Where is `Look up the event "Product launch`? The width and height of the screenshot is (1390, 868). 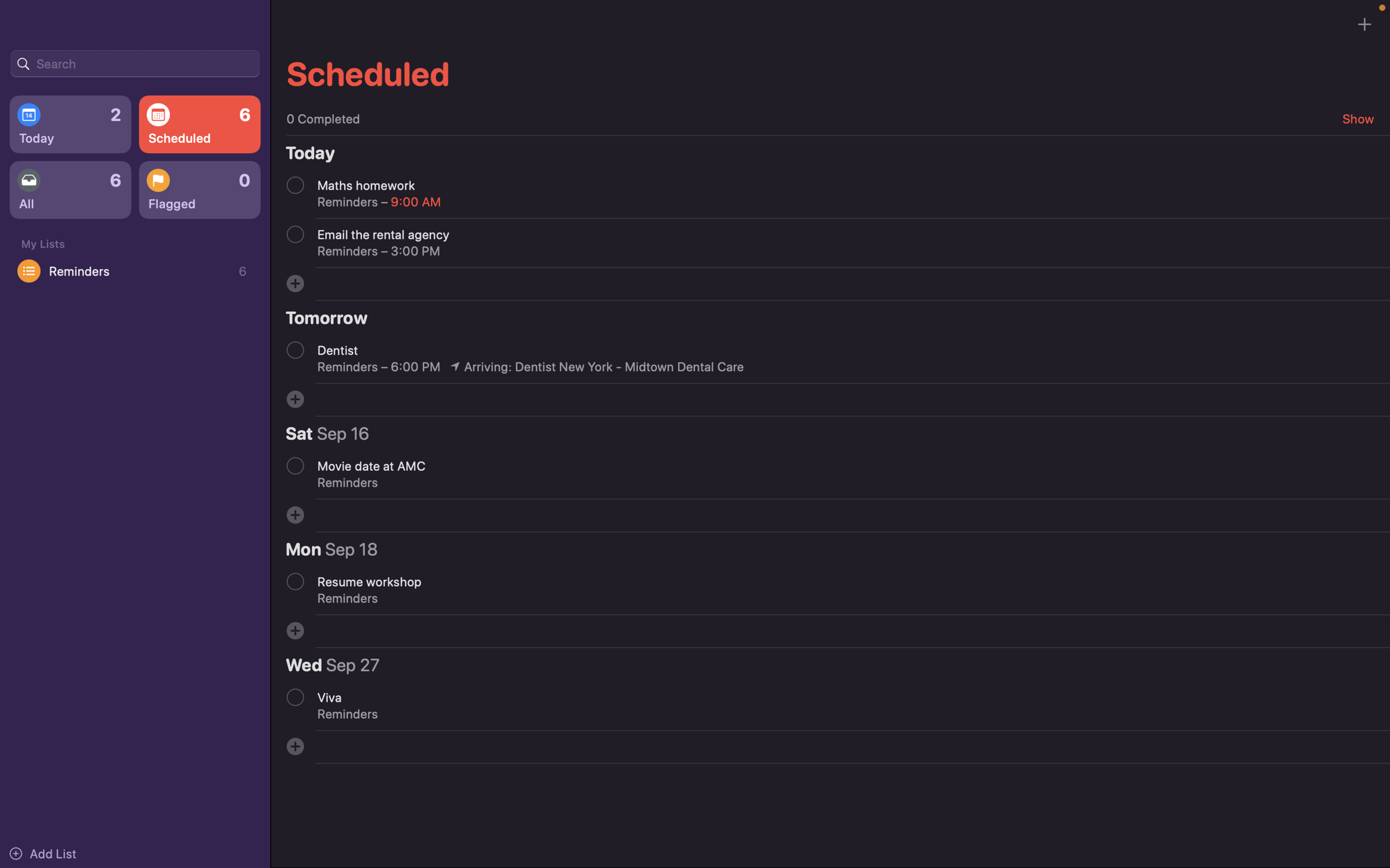
Look up the event "Product launch is located at coordinates (134, 62).